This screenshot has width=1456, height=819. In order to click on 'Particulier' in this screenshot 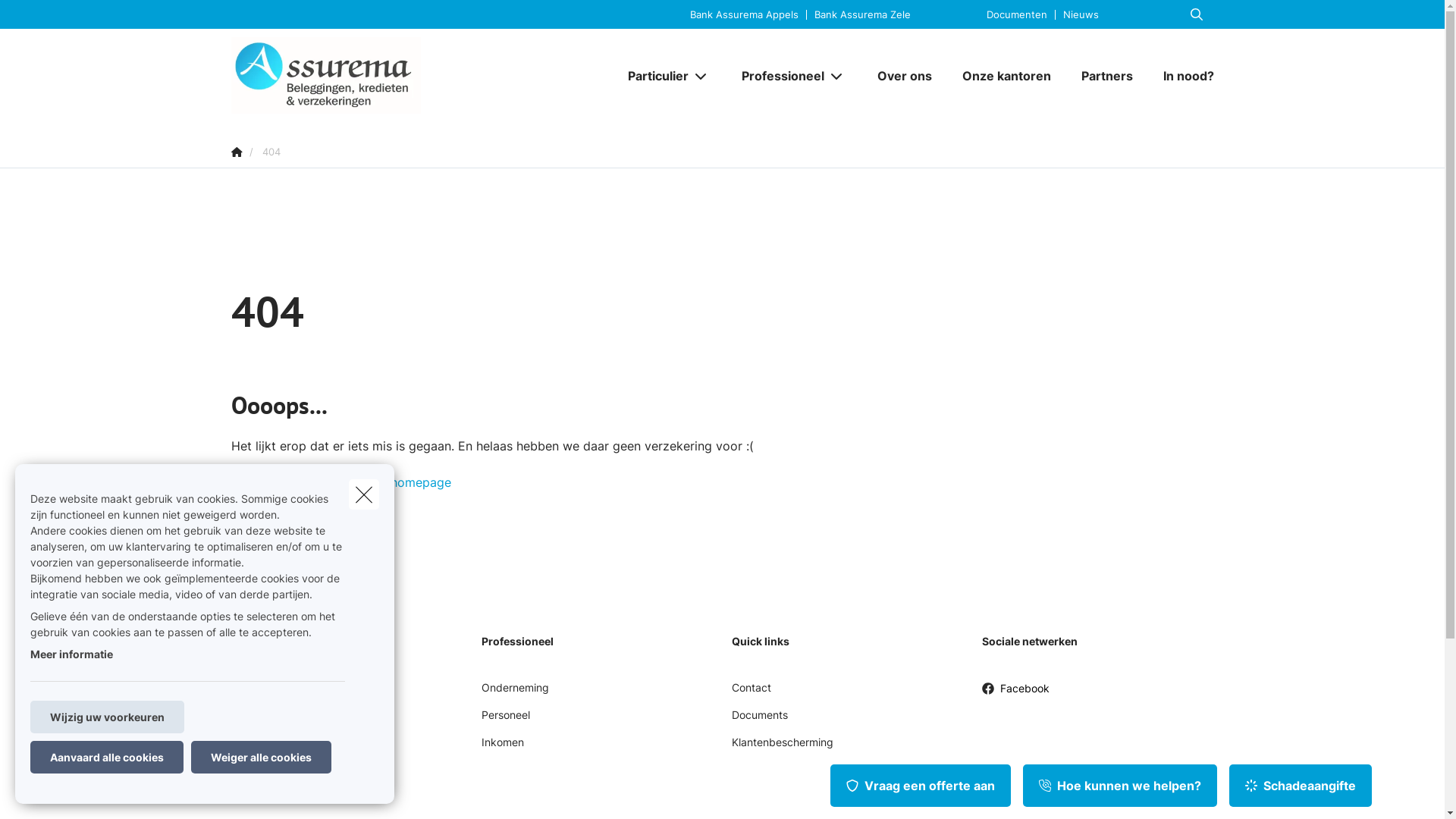, I will do `click(652, 76)`.